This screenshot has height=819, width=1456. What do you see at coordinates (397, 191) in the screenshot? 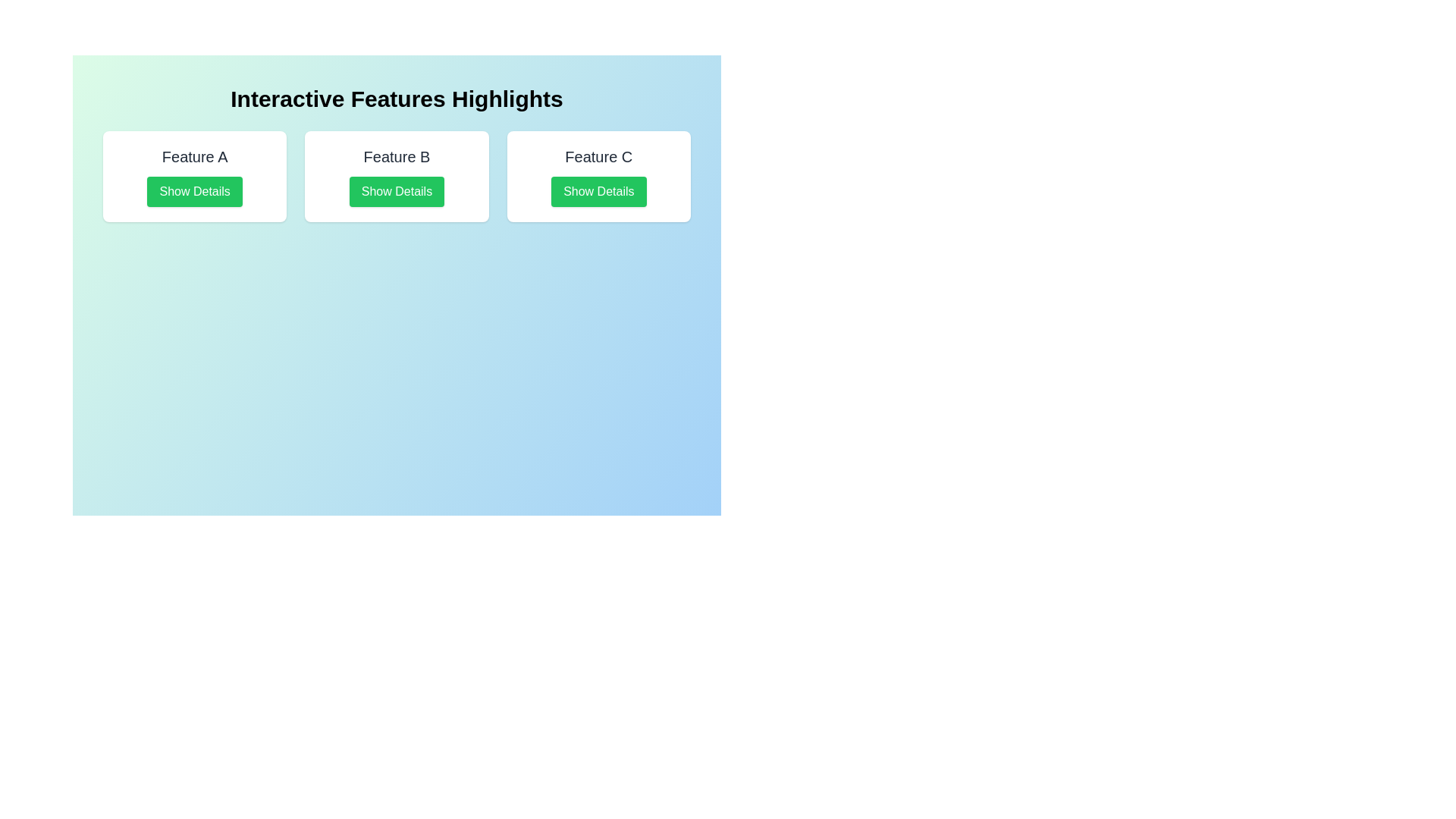
I see `the green button labeled 'Show Details' with white text located in the center of the card labeled 'Feature B'` at bounding box center [397, 191].